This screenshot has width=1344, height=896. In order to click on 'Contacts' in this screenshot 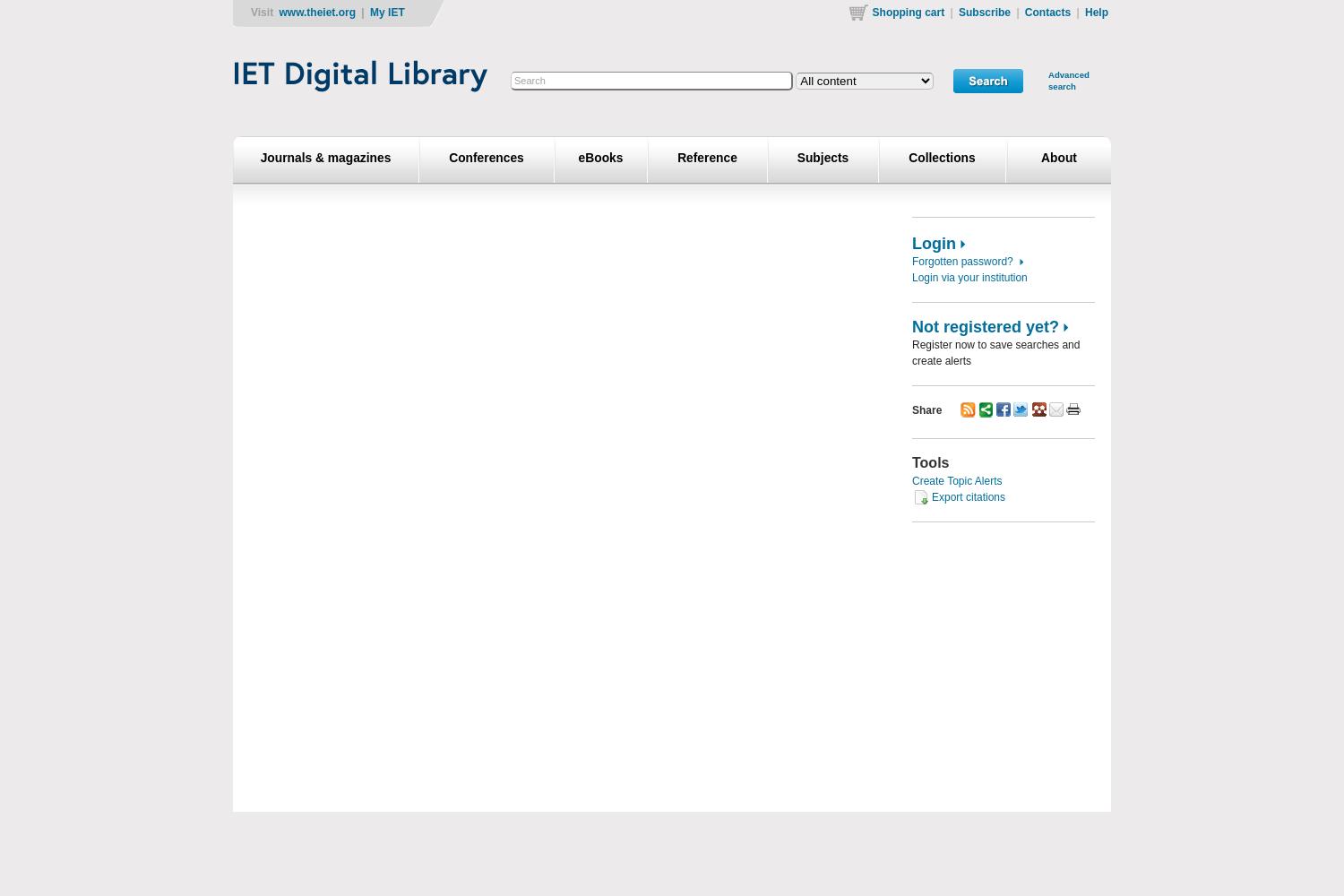, I will do `click(1047, 13)`.